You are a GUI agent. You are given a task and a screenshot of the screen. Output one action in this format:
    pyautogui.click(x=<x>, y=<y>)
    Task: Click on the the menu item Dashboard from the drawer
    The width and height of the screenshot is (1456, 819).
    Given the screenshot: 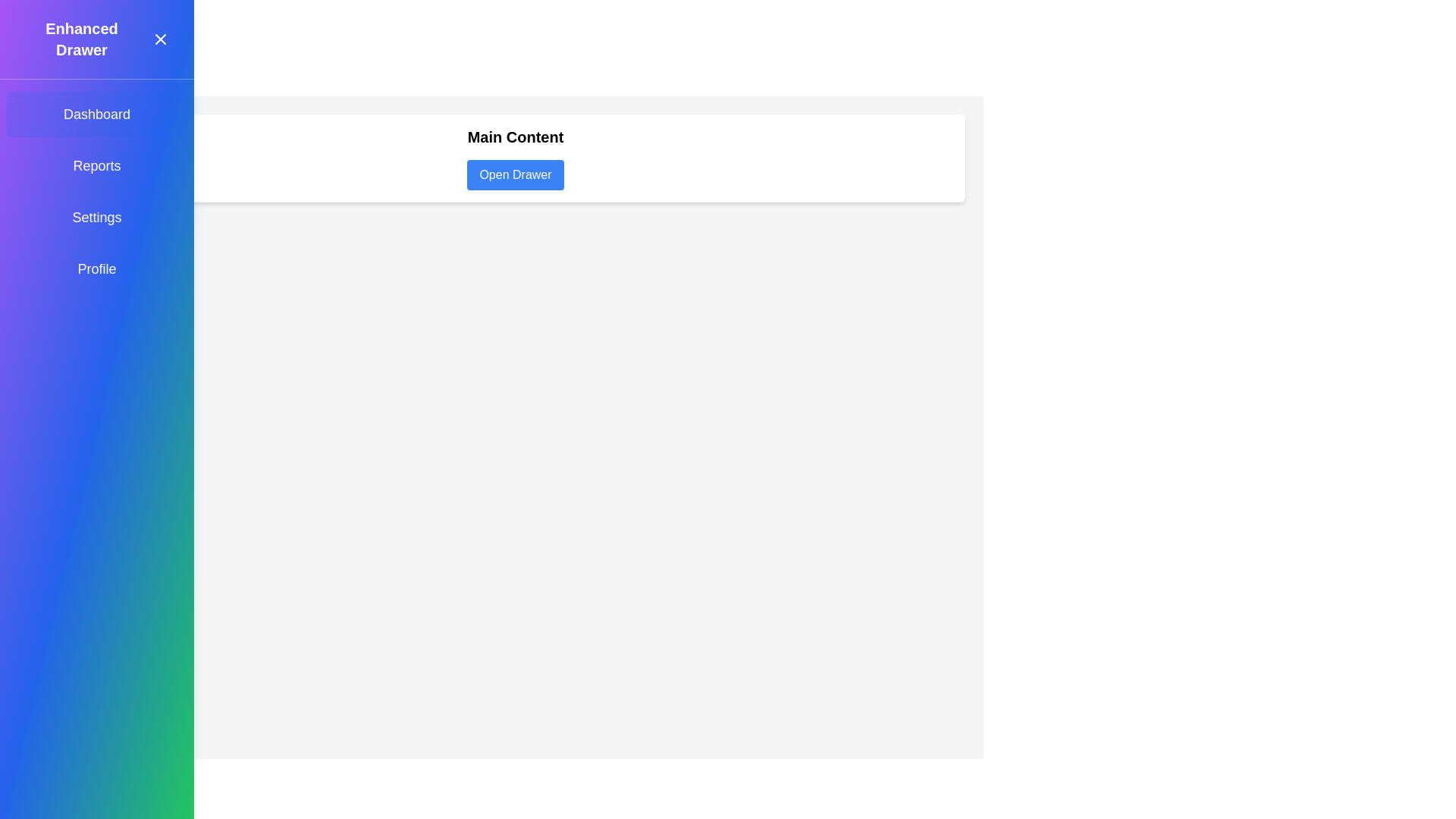 What is the action you would take?
    pyautogui.click(x=96, y=113)
    